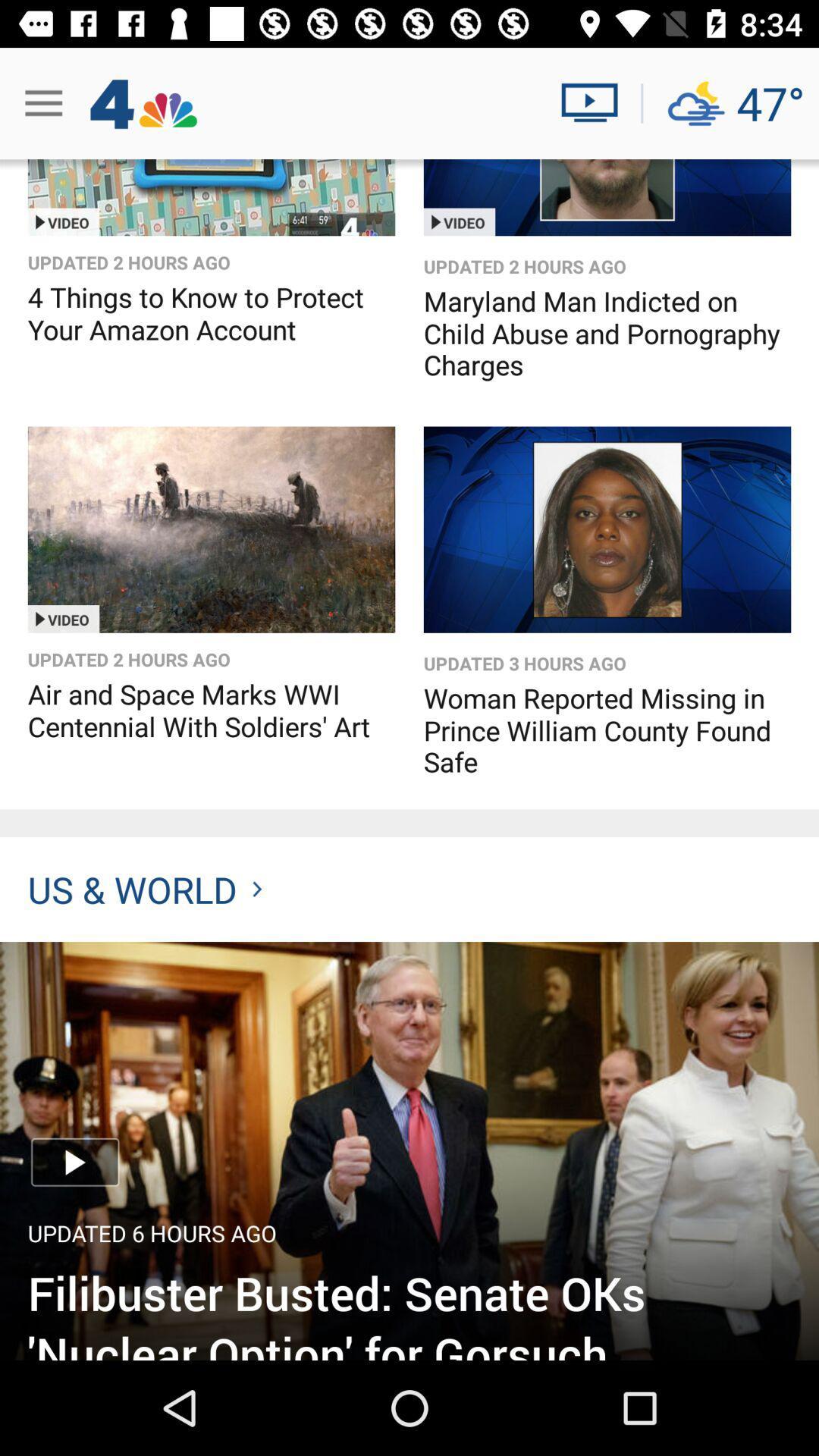  What do you see at coordinates (595, 102) in the screenshot?
I see `watch live news videos` at bounding box center [595, 102].